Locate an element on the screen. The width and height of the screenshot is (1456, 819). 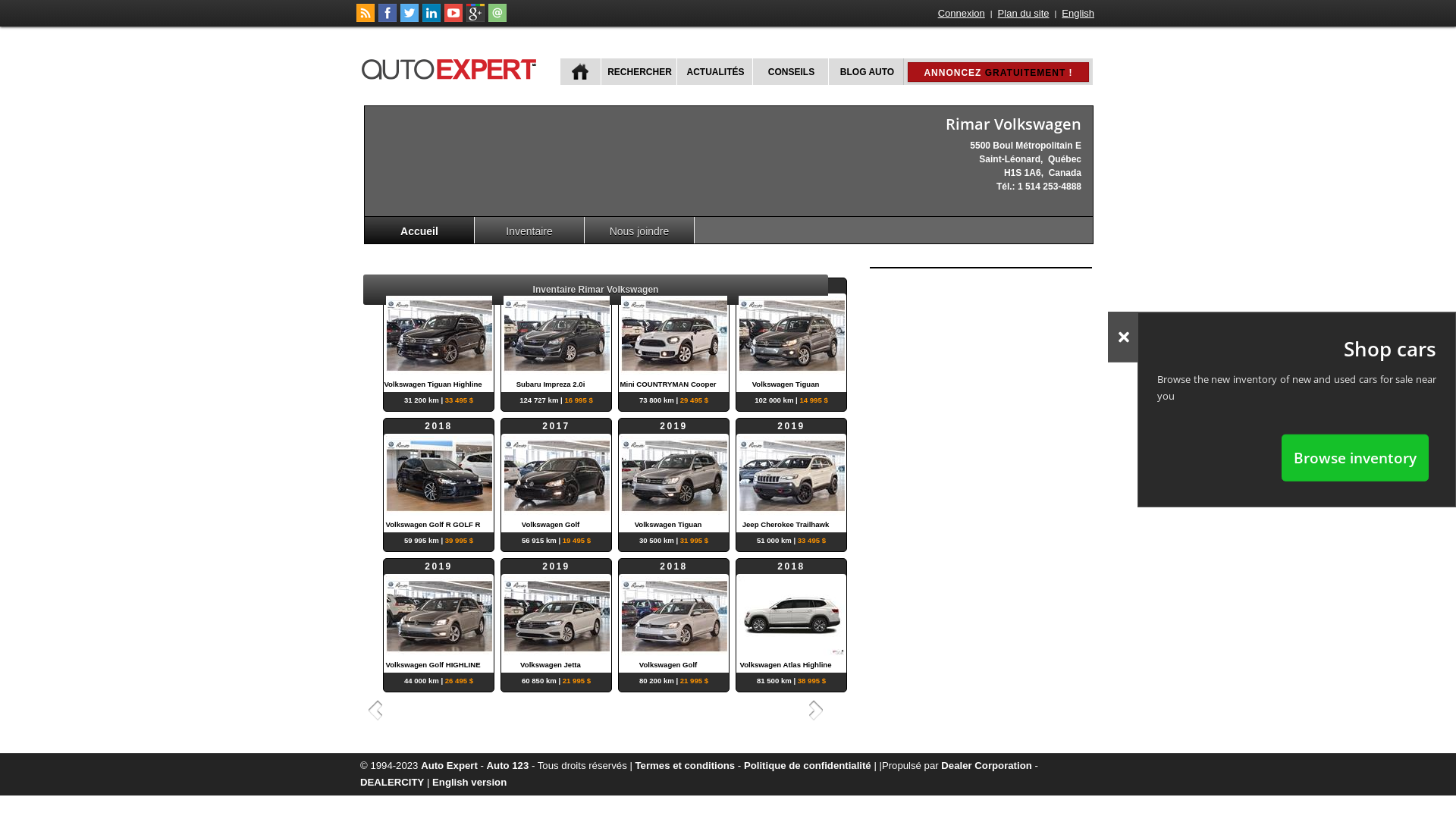
'Suivez Publications Le Guide Inc. sur LinkedIn' is located at coordinates (422, 18).